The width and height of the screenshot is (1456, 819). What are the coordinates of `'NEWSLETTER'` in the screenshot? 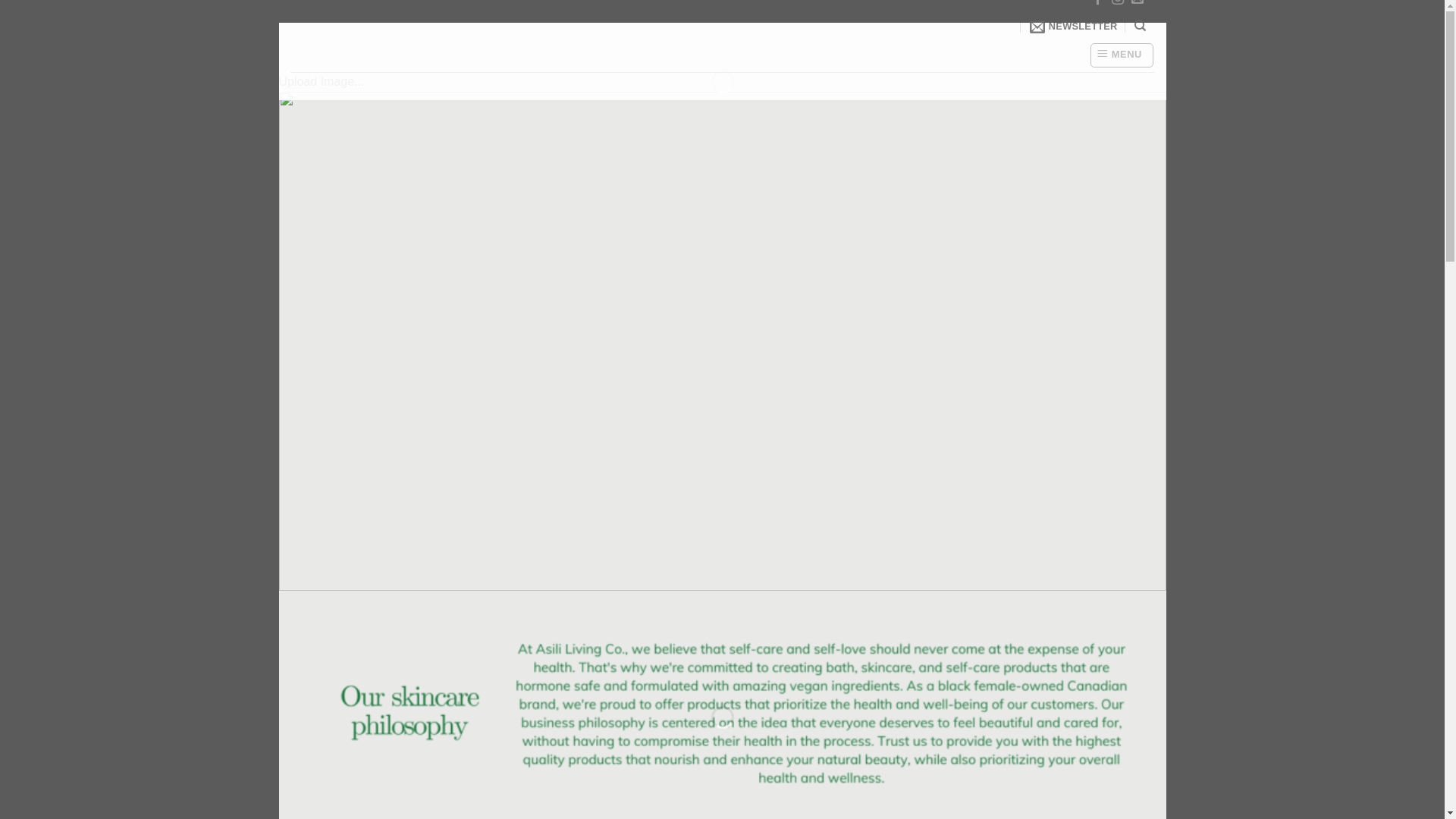 It's located at (1073, 26).